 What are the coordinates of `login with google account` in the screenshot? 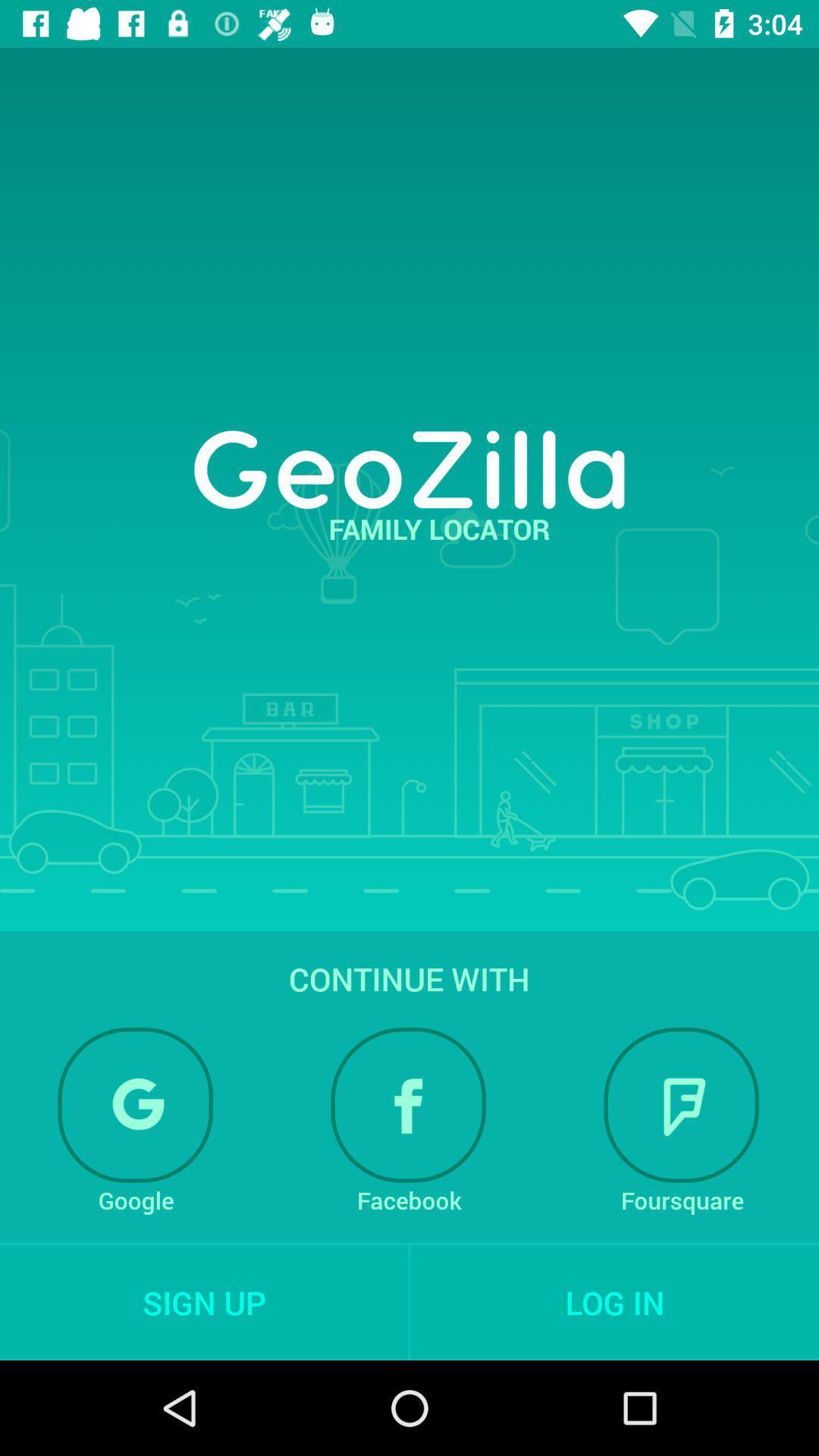 It's located at (135, 1105).